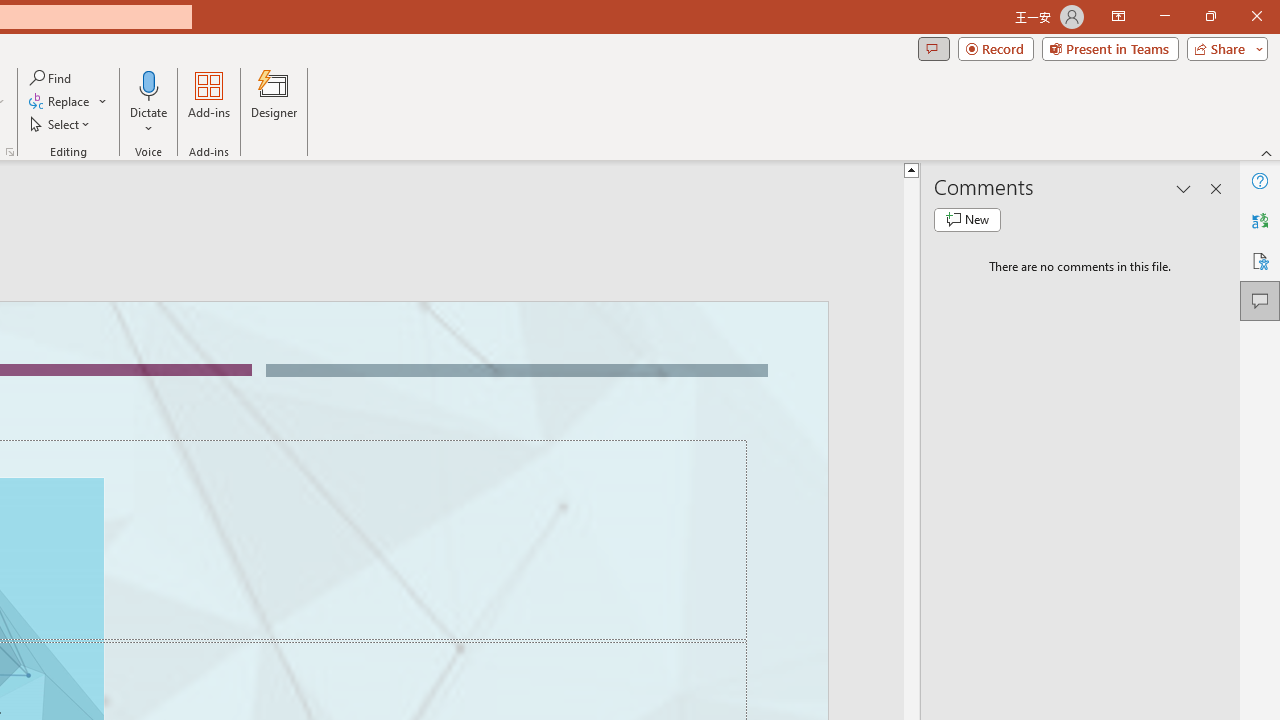  What do you see at coordinates (932, 47) in the screenshot?
I see `'Comments'` at bounding box center [932, 47].